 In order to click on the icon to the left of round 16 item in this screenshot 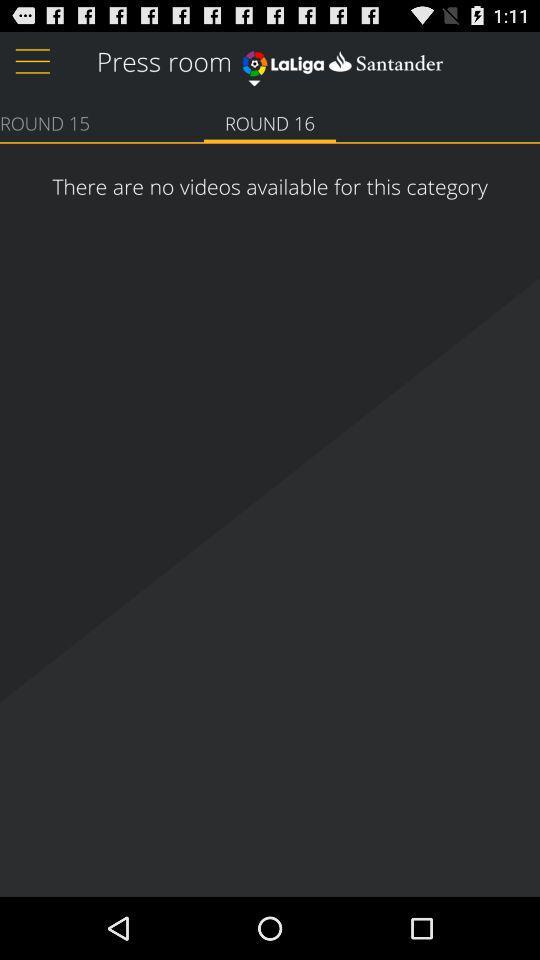, I will do `click(44, 121)`.